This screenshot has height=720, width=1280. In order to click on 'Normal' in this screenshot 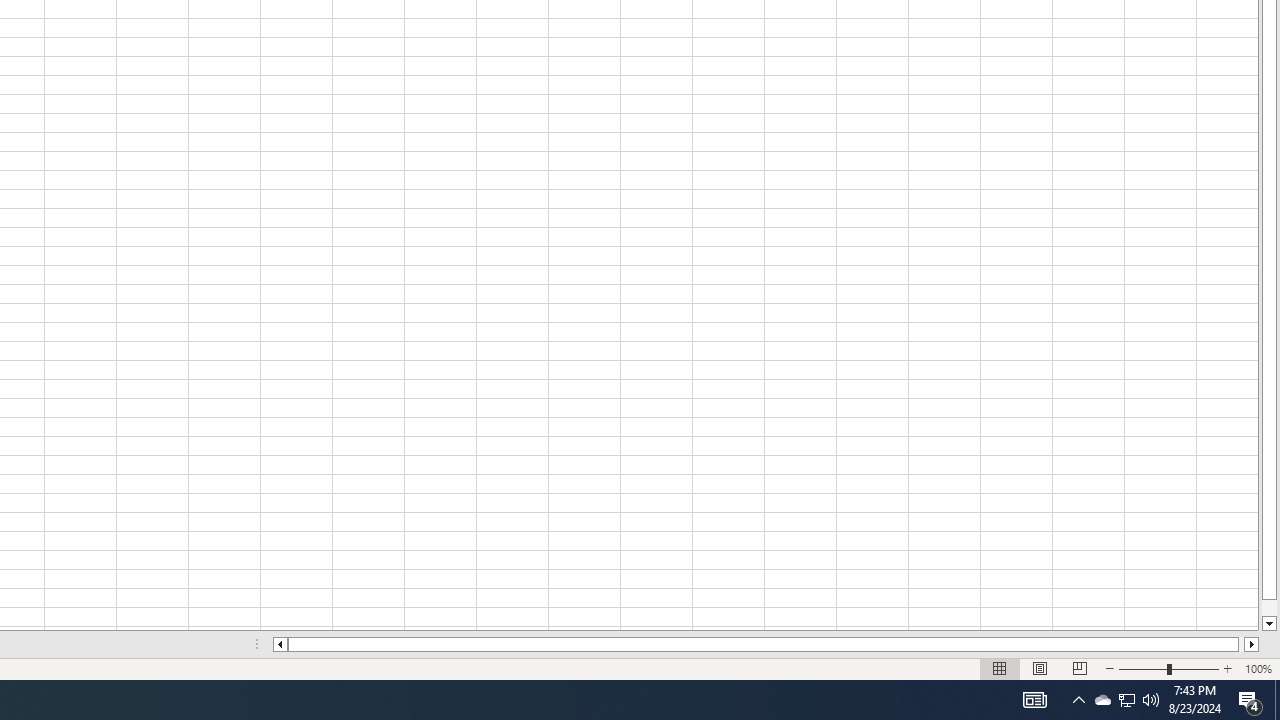, I will do `click(1000, 669)`.